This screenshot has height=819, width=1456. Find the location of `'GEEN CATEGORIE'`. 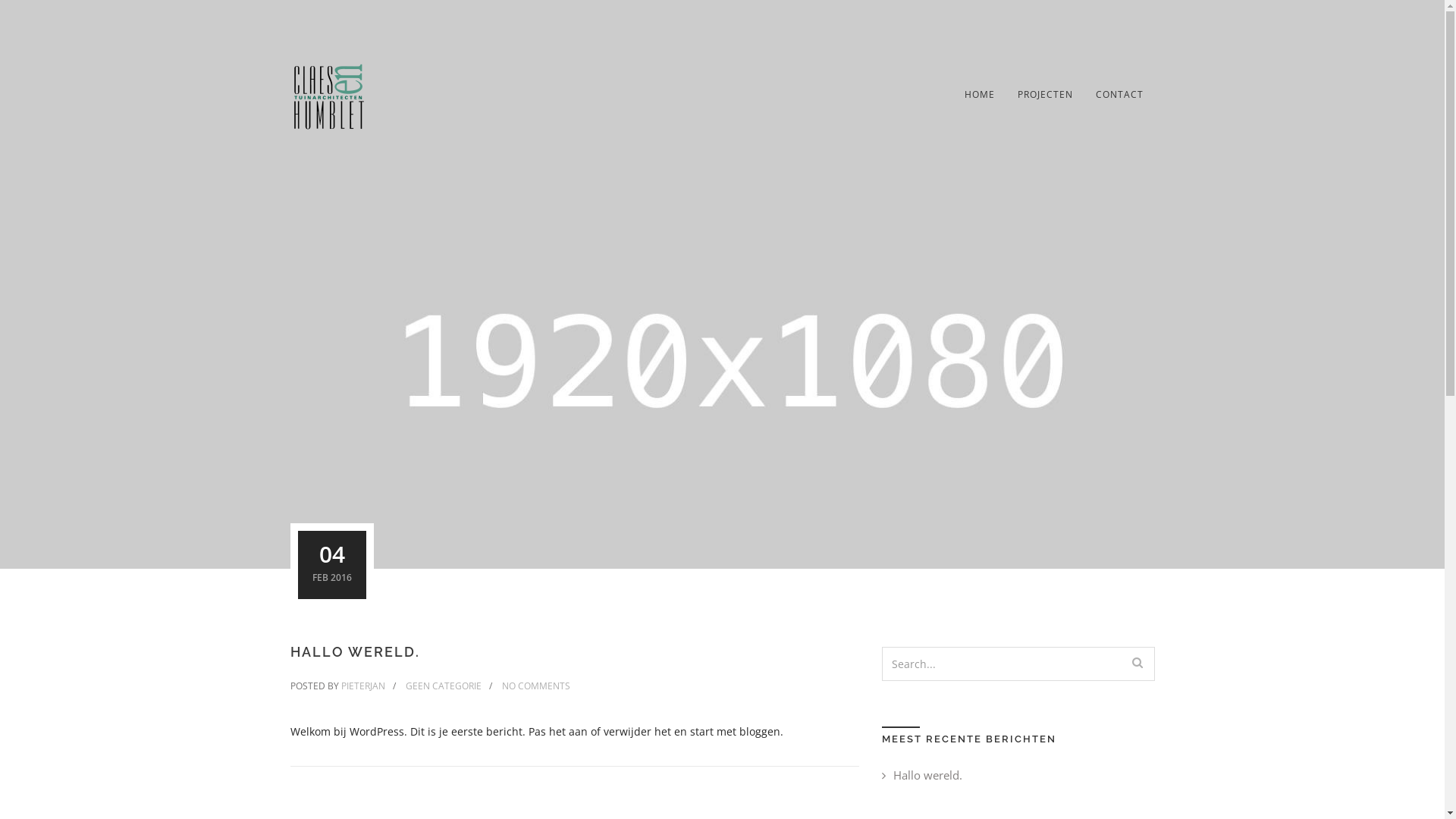

'GEEN CATEGORIE' is located at coordinates (442, 686).